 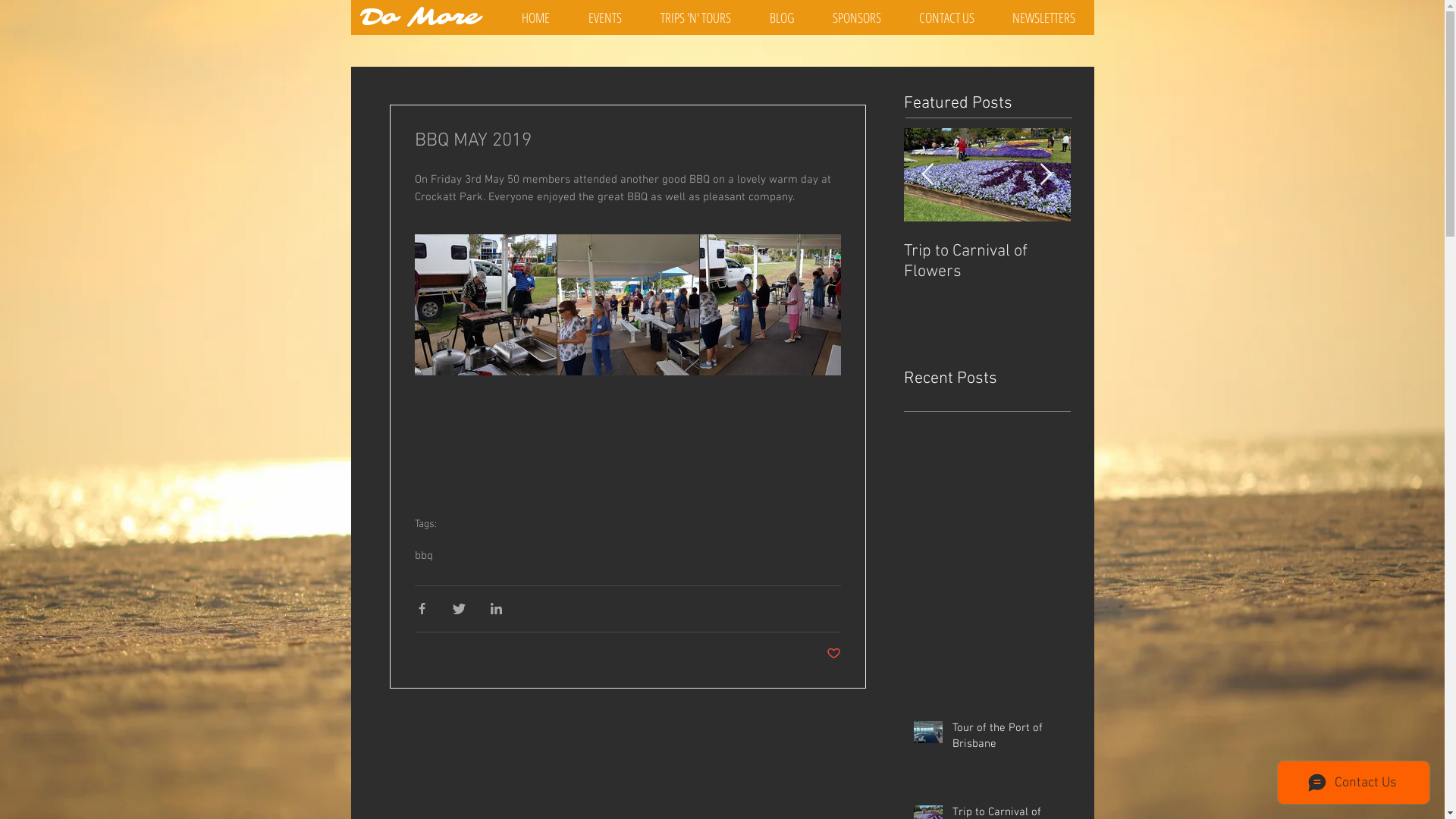 I want to click on 'BLOG', so click(x=782, y=17).